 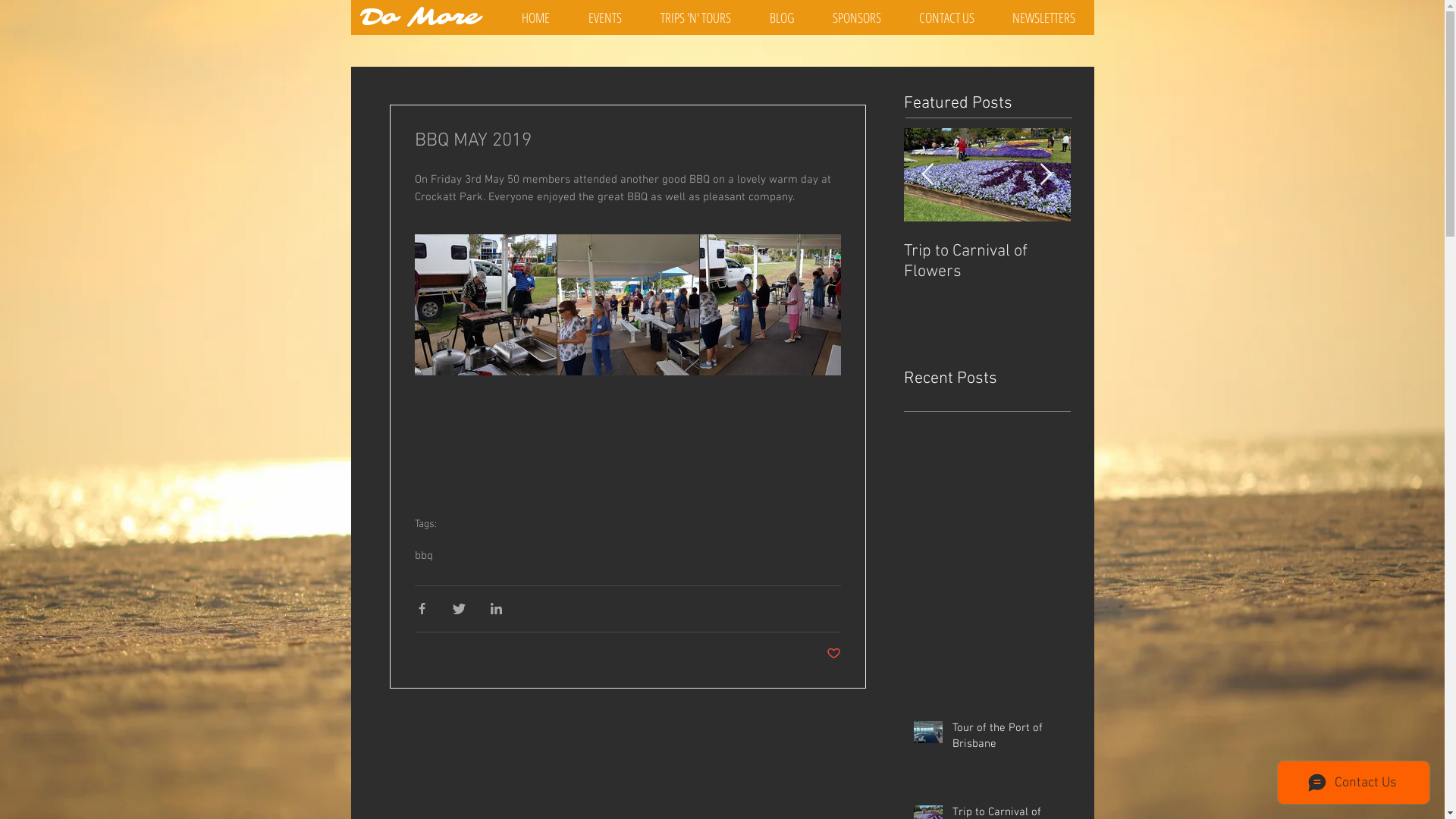 I want to click on 'BLOG', so click(x=782, y=17).